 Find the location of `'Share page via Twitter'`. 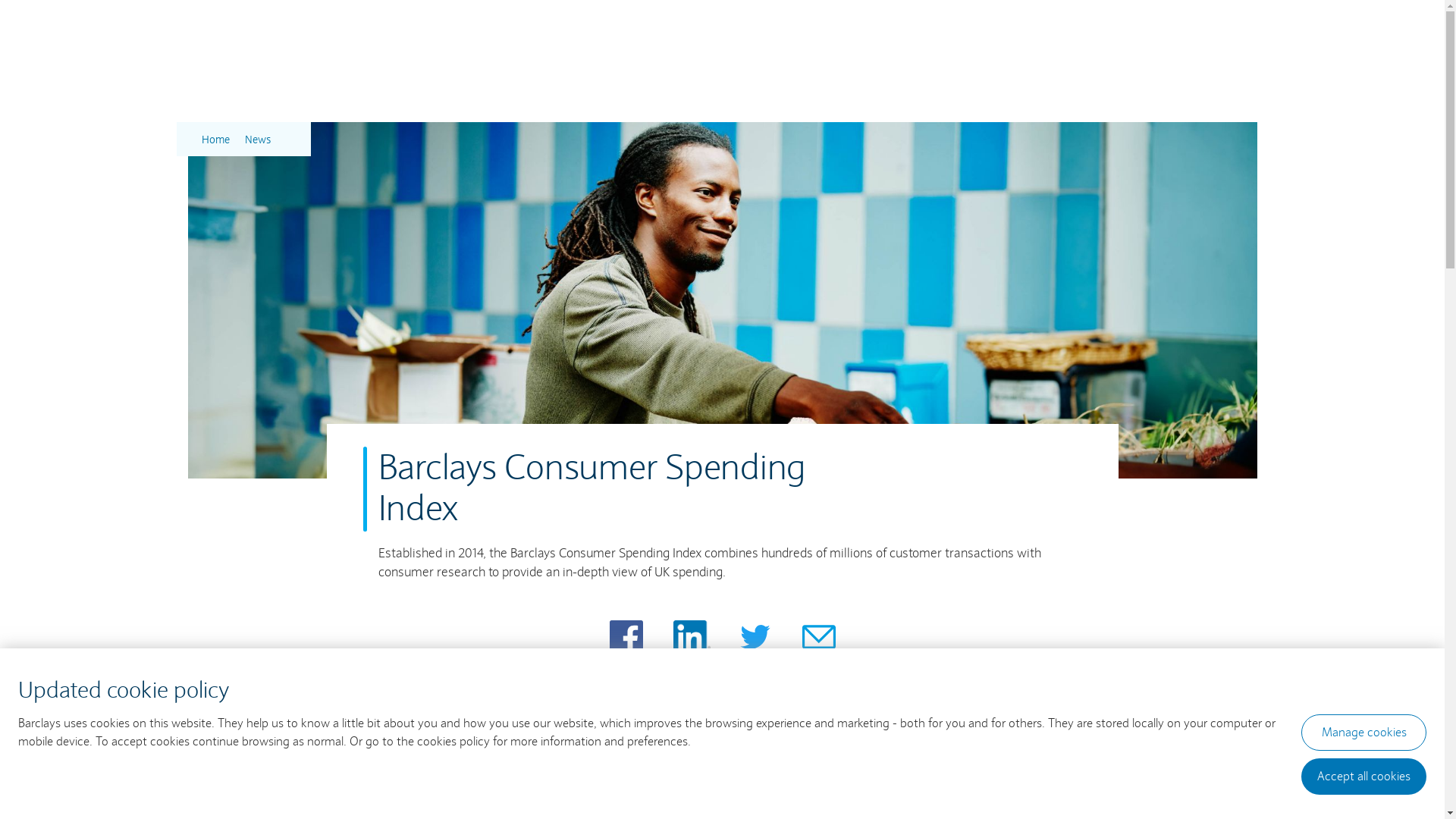

'Share page via Twitter' is located at coordinates (755, 637).